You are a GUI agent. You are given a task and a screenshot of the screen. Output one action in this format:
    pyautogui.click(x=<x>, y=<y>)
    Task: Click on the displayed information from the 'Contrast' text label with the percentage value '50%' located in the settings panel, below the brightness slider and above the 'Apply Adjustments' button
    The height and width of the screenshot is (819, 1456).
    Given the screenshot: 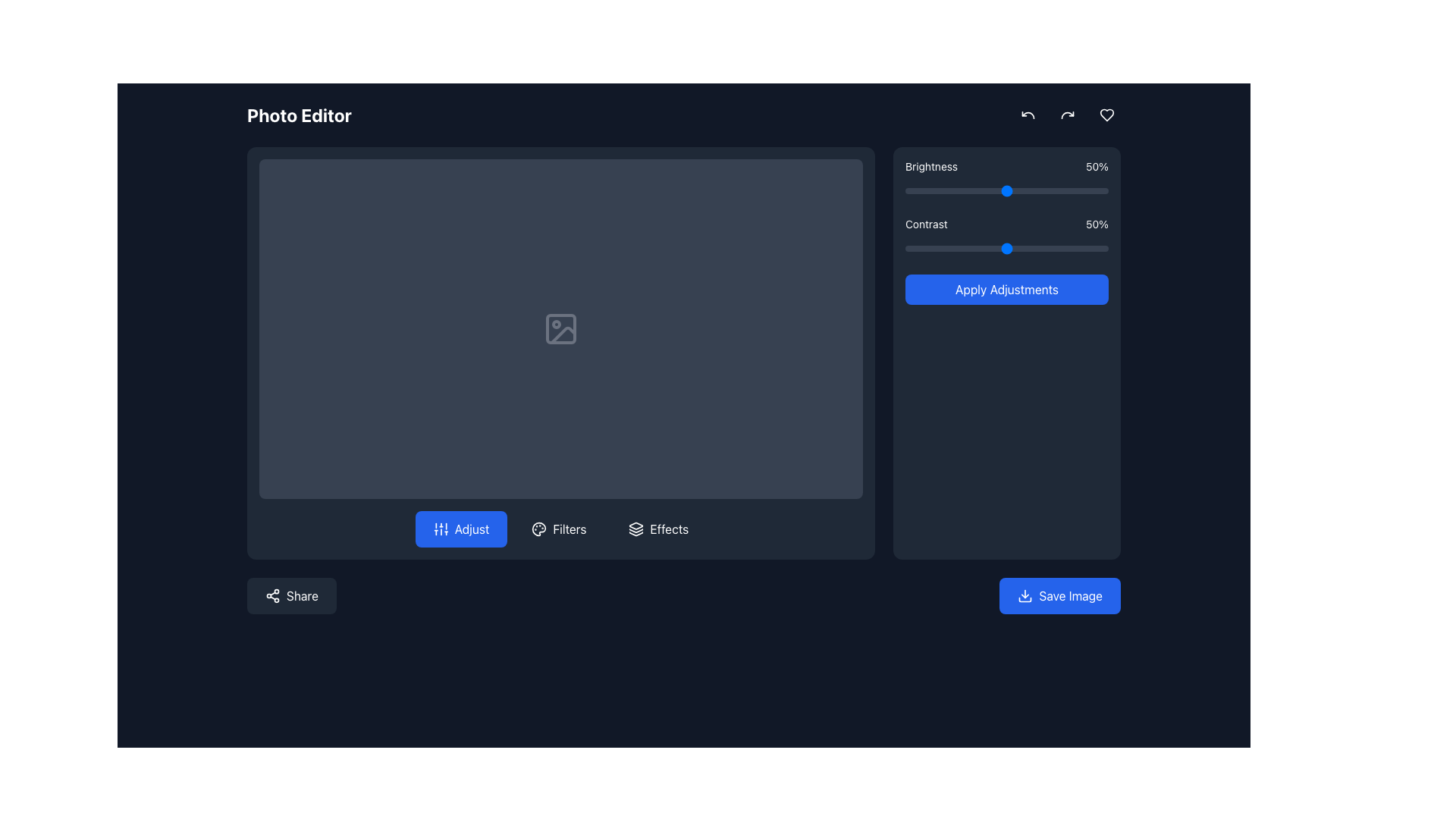 What is the action you would take?
    pyautogui.click(x=1007, y=224)
    